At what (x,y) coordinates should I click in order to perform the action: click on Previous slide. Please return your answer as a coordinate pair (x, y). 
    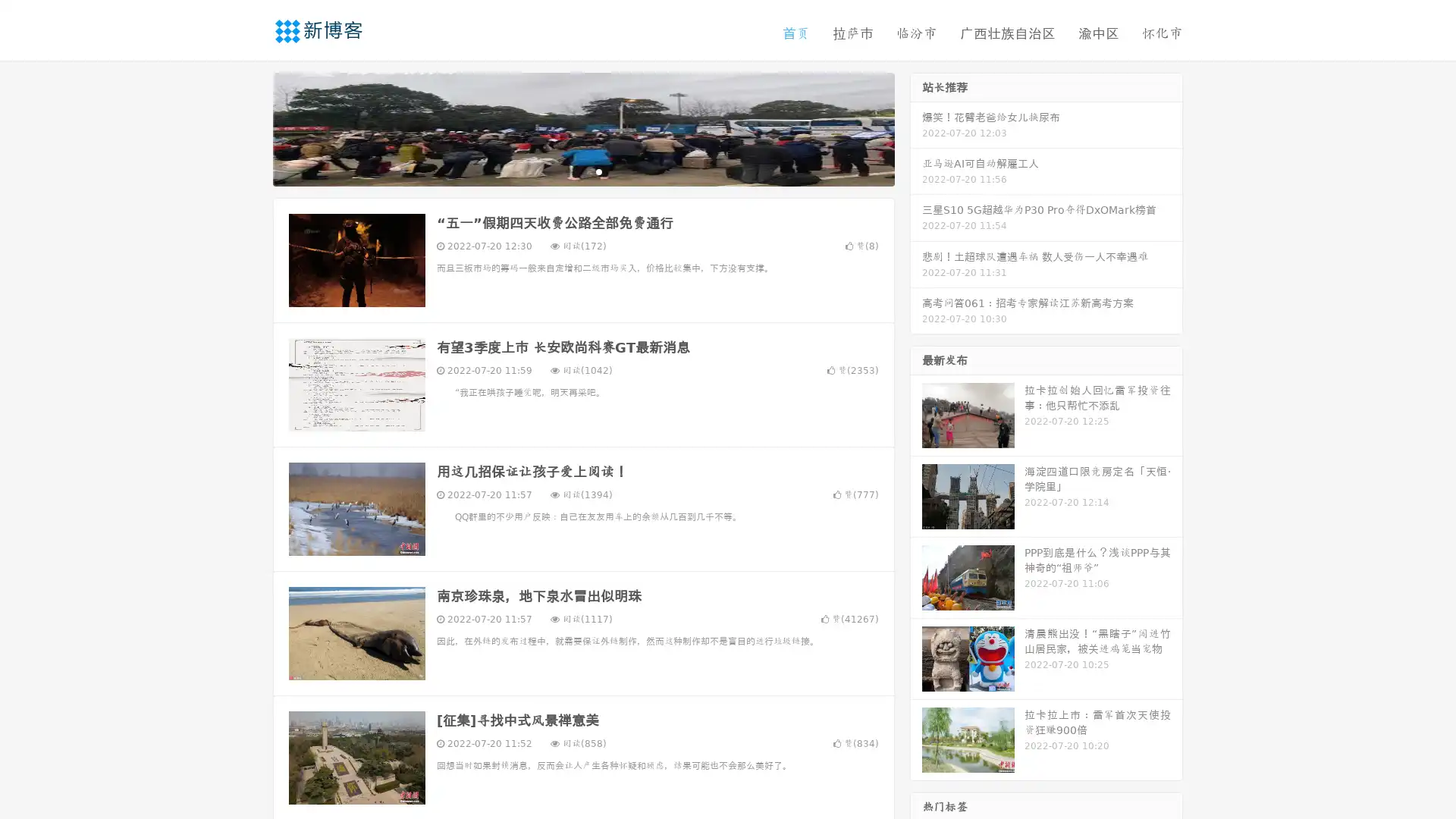
    Looking at the image, I should click on (250, 127).